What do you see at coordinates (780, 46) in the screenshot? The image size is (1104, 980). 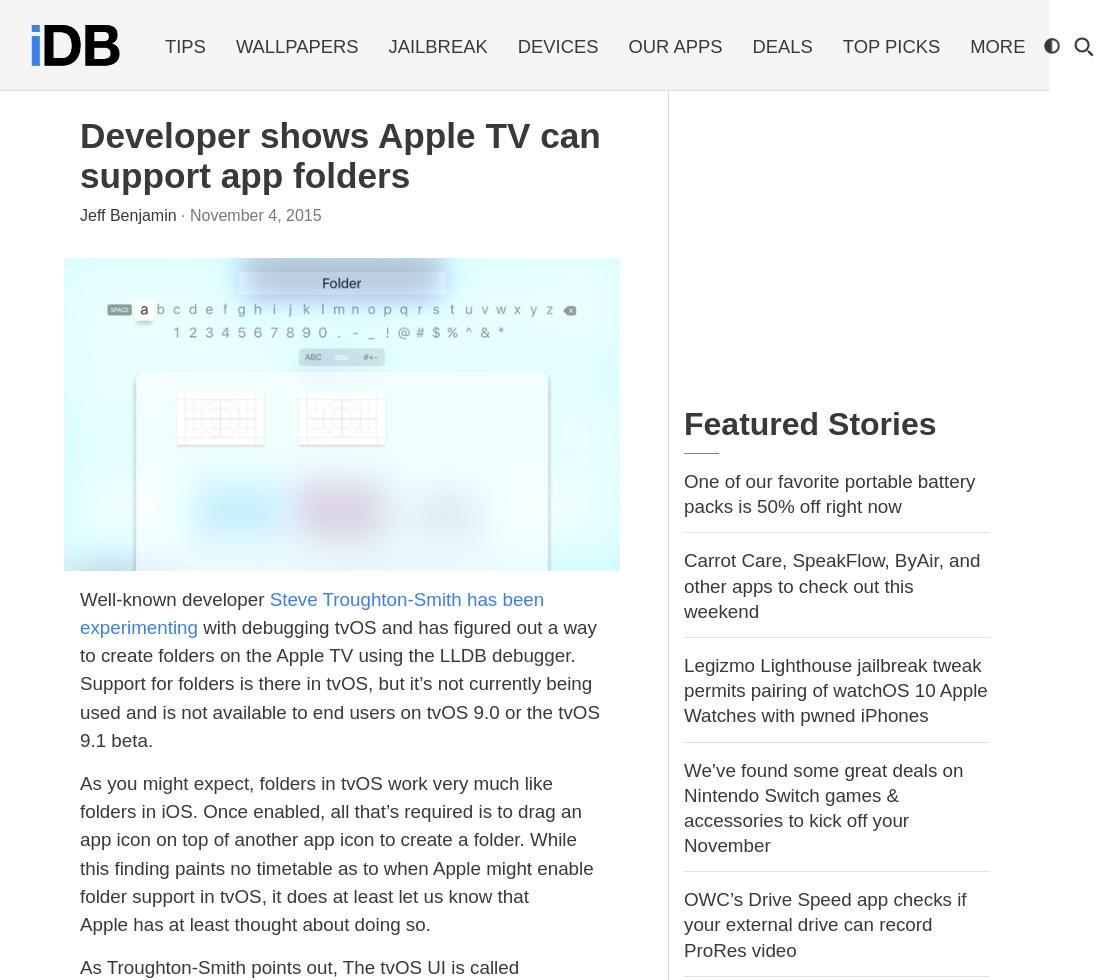 I see `'Deals'` at bounding box center [780, 46].